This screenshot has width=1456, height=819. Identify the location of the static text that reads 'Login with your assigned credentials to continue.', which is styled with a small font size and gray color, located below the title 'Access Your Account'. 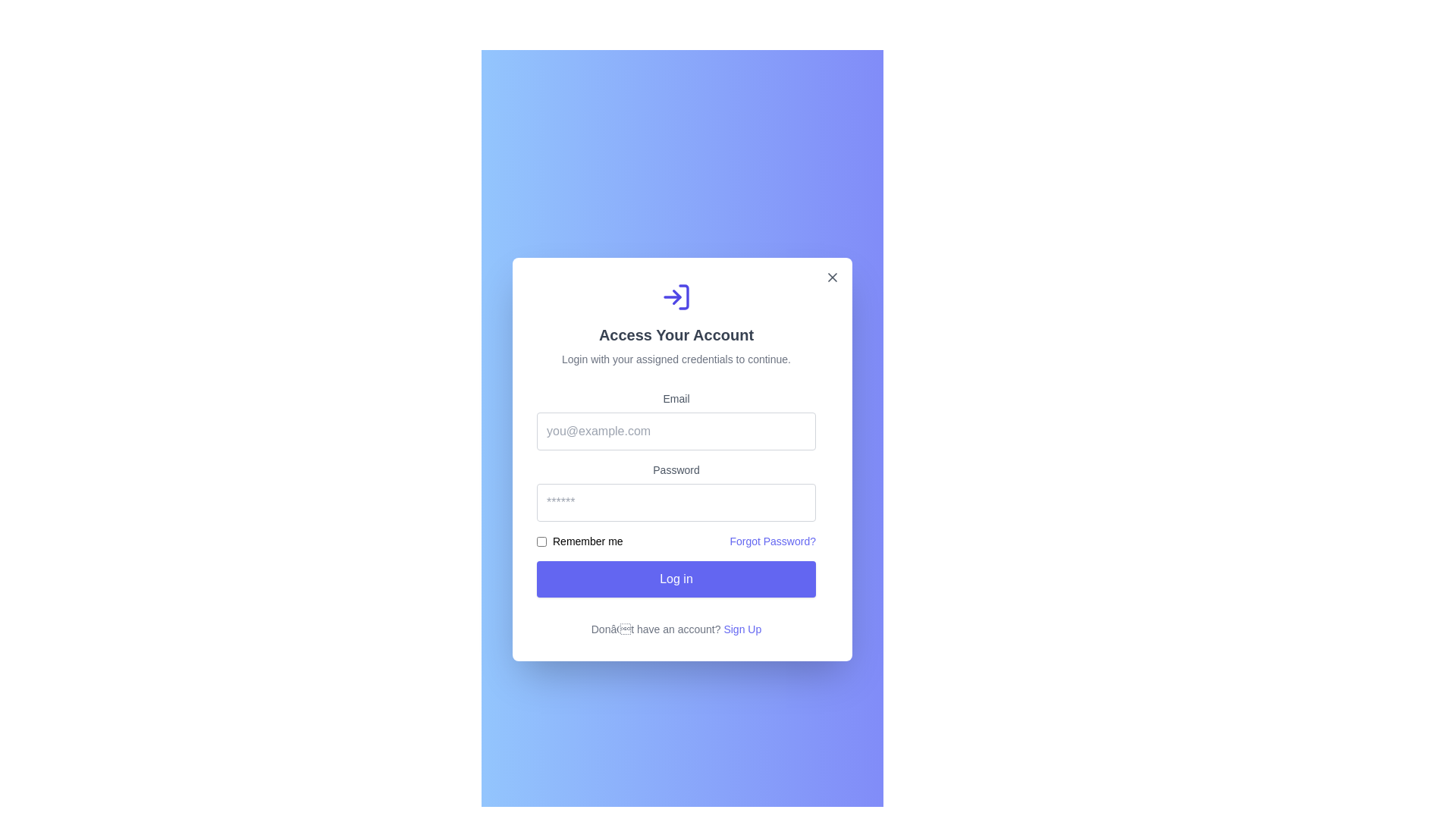
(676, 359).